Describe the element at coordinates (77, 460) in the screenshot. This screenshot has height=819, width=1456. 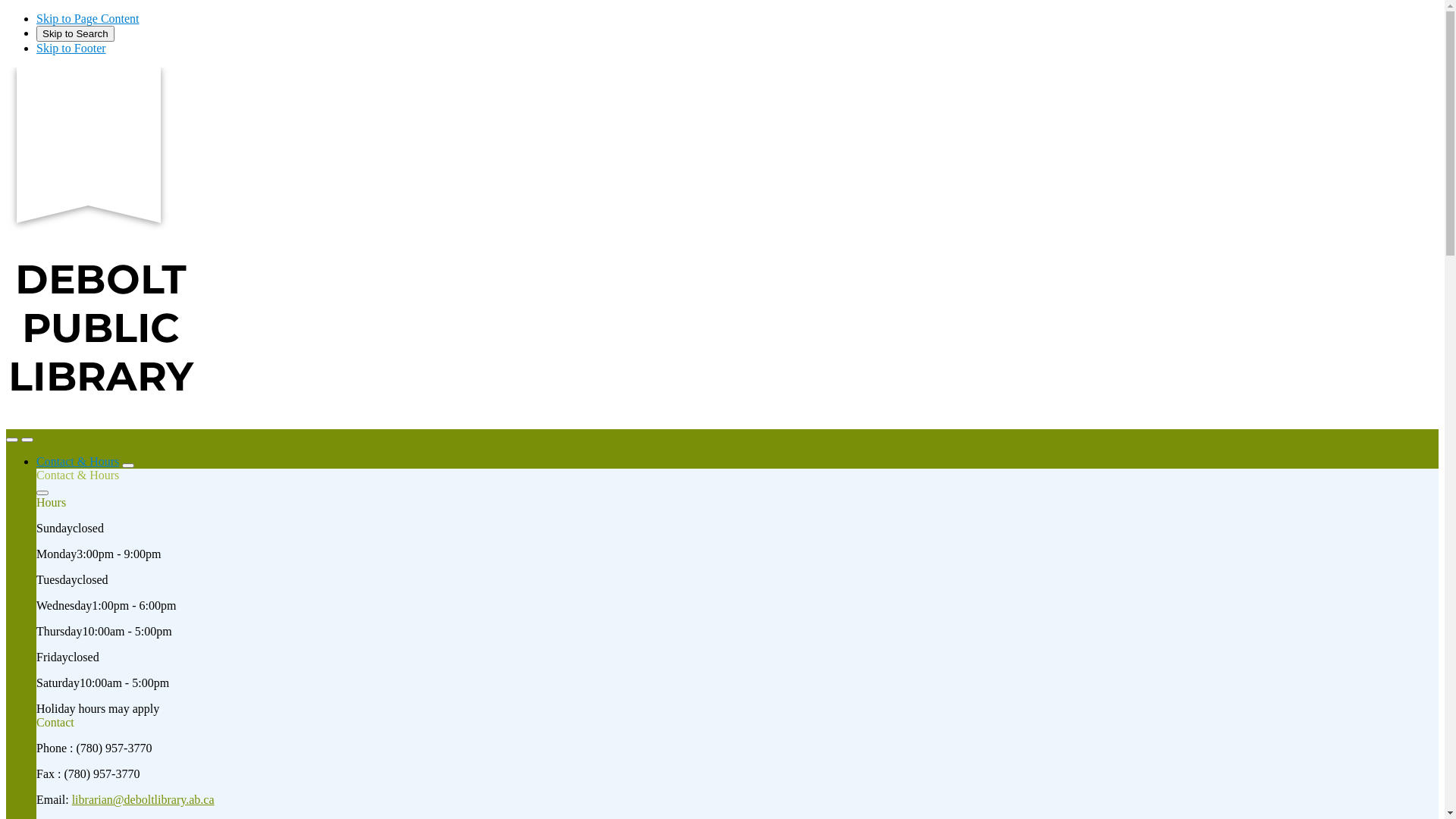
I see `'Contact & Hours'` at that location.